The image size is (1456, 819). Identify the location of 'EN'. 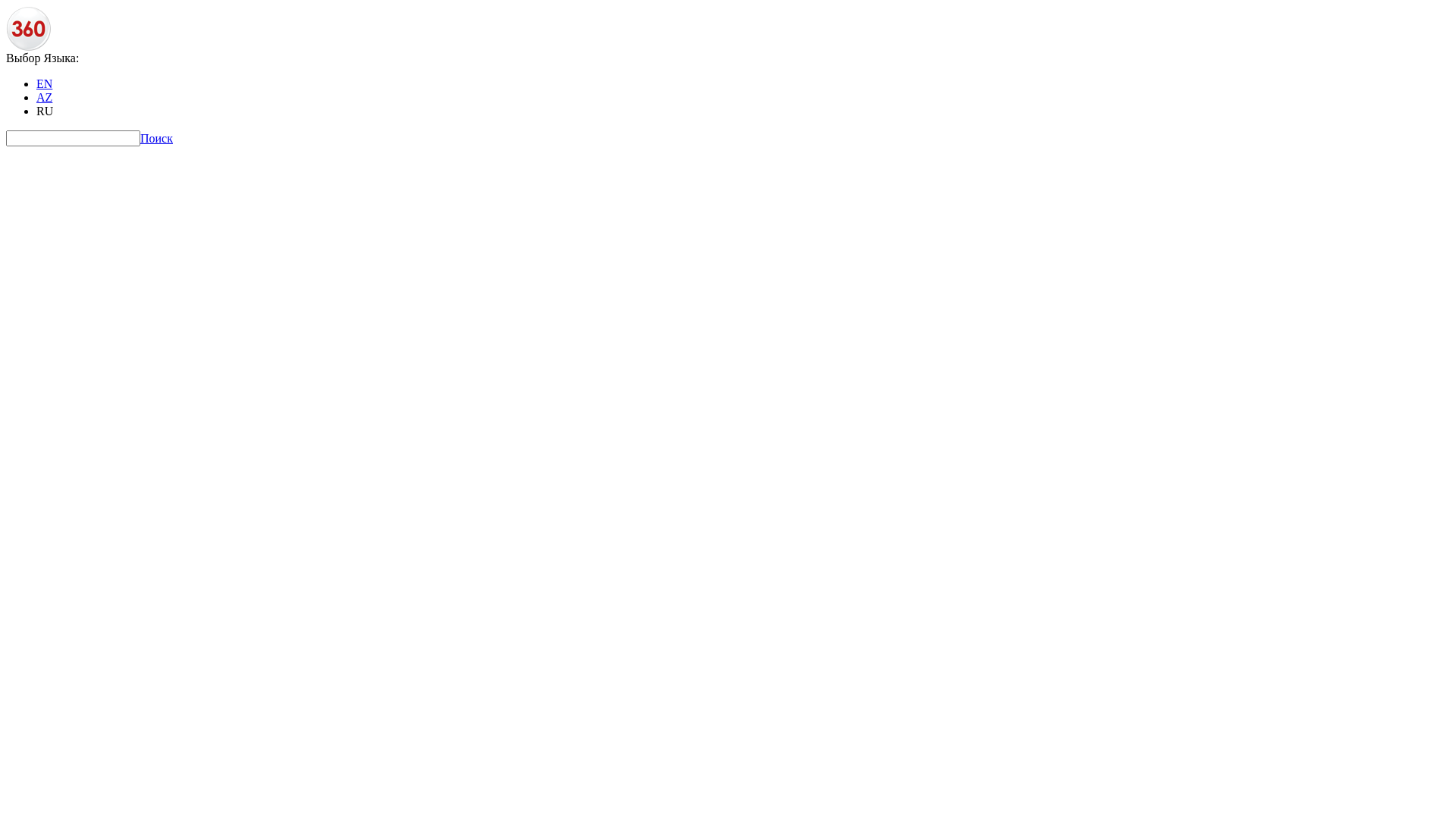
(44, 83).